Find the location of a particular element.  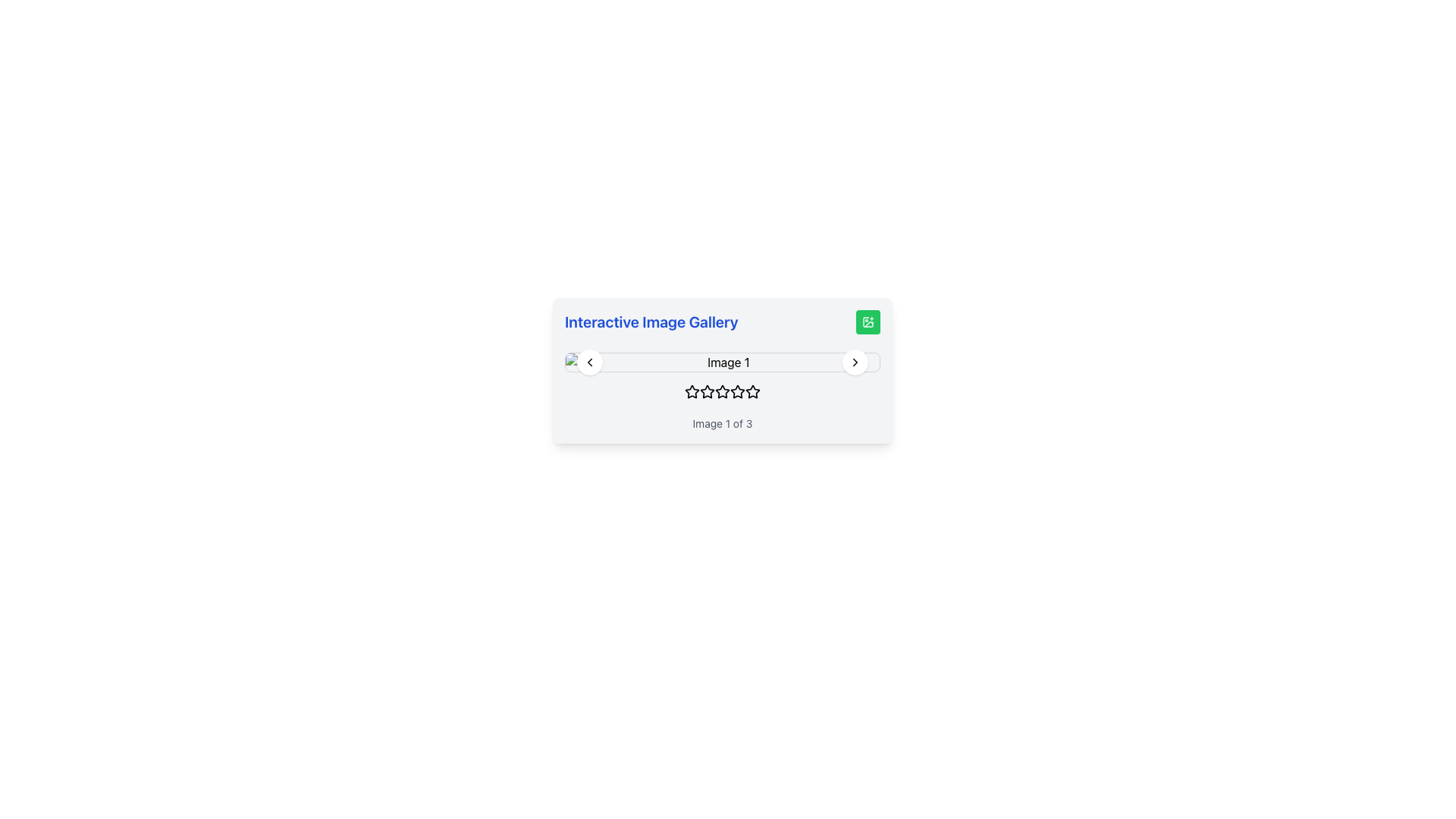

the third star icon in the rating system to set a rating for the image is located at coordinates (706, 391).